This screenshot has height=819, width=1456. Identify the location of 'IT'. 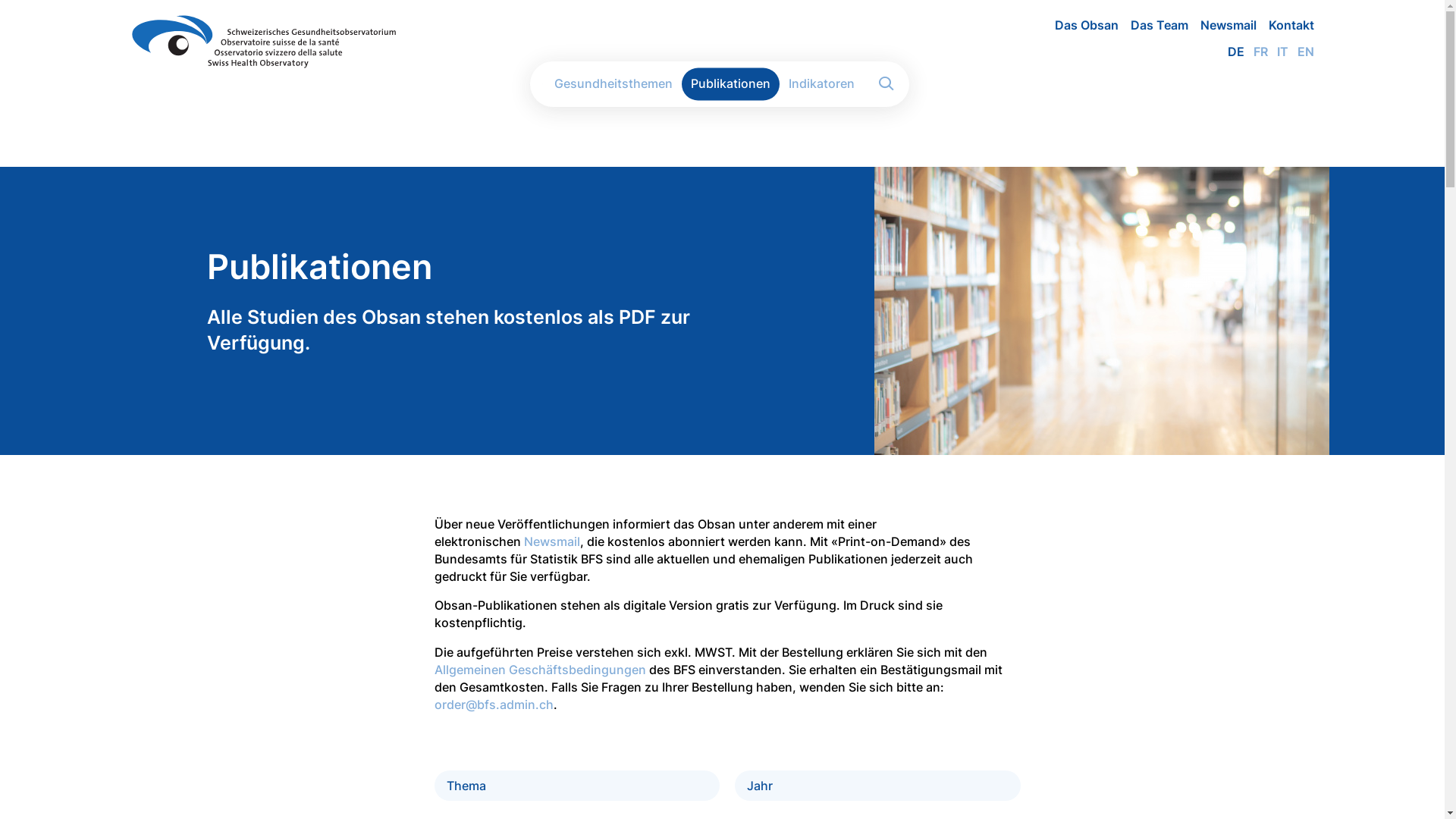
(1277, 51).